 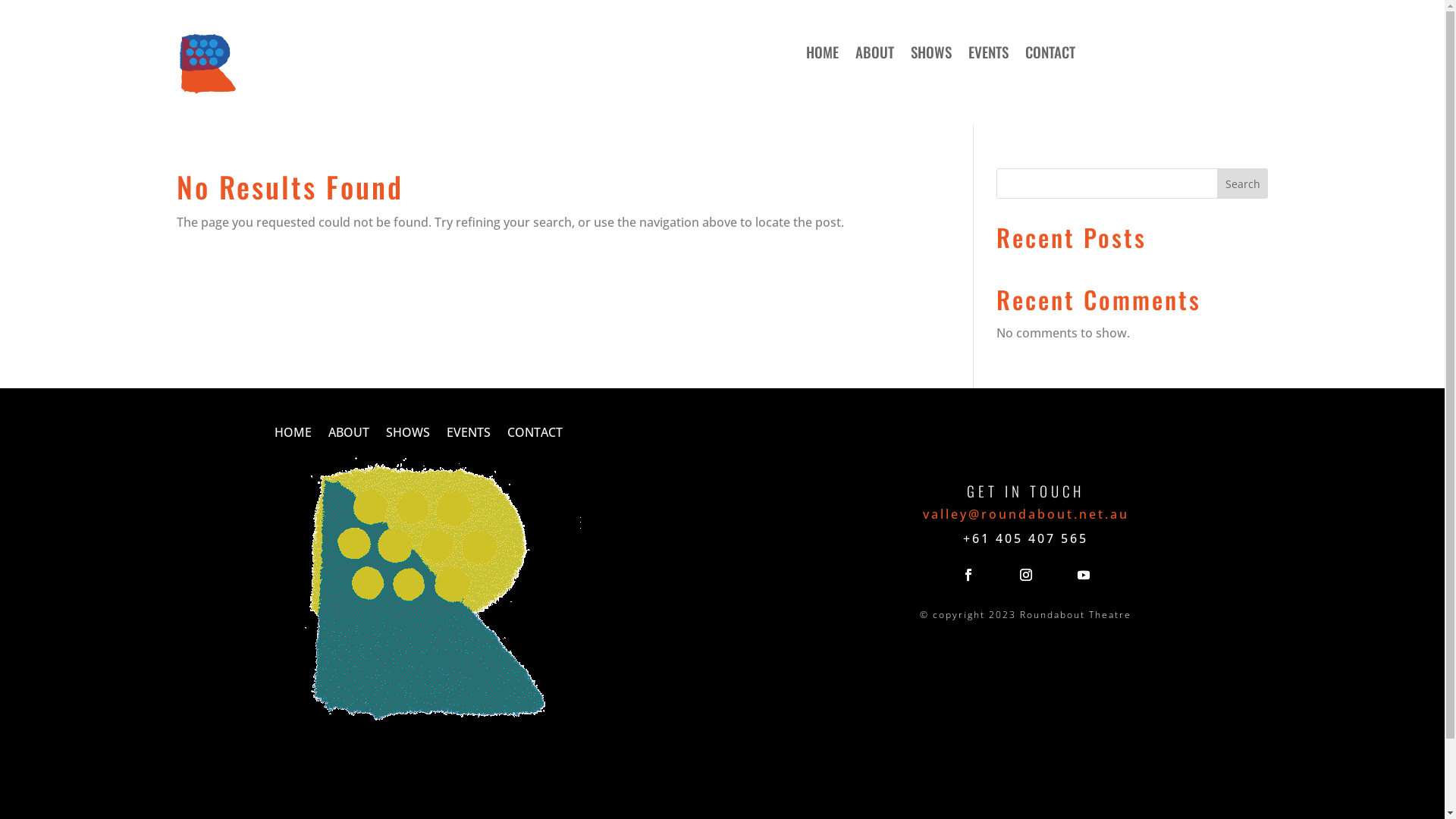 I want to click on 'ABOUT', so click(x=348, y=435).